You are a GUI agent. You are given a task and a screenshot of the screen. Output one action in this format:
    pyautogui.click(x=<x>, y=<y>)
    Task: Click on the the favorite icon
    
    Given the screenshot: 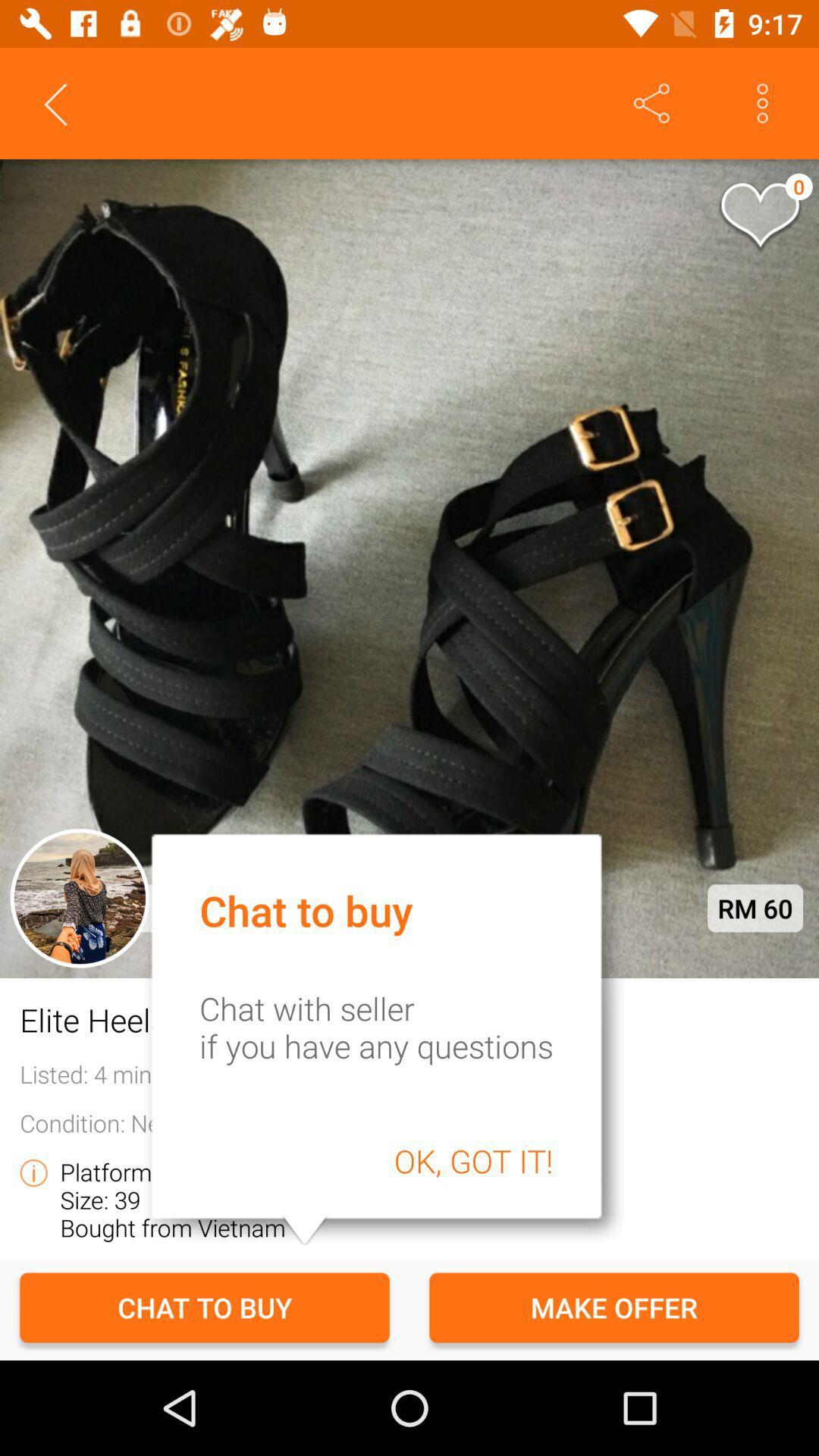 What is the action you would take?
    pyautogui.click(x=759, y=216)
    